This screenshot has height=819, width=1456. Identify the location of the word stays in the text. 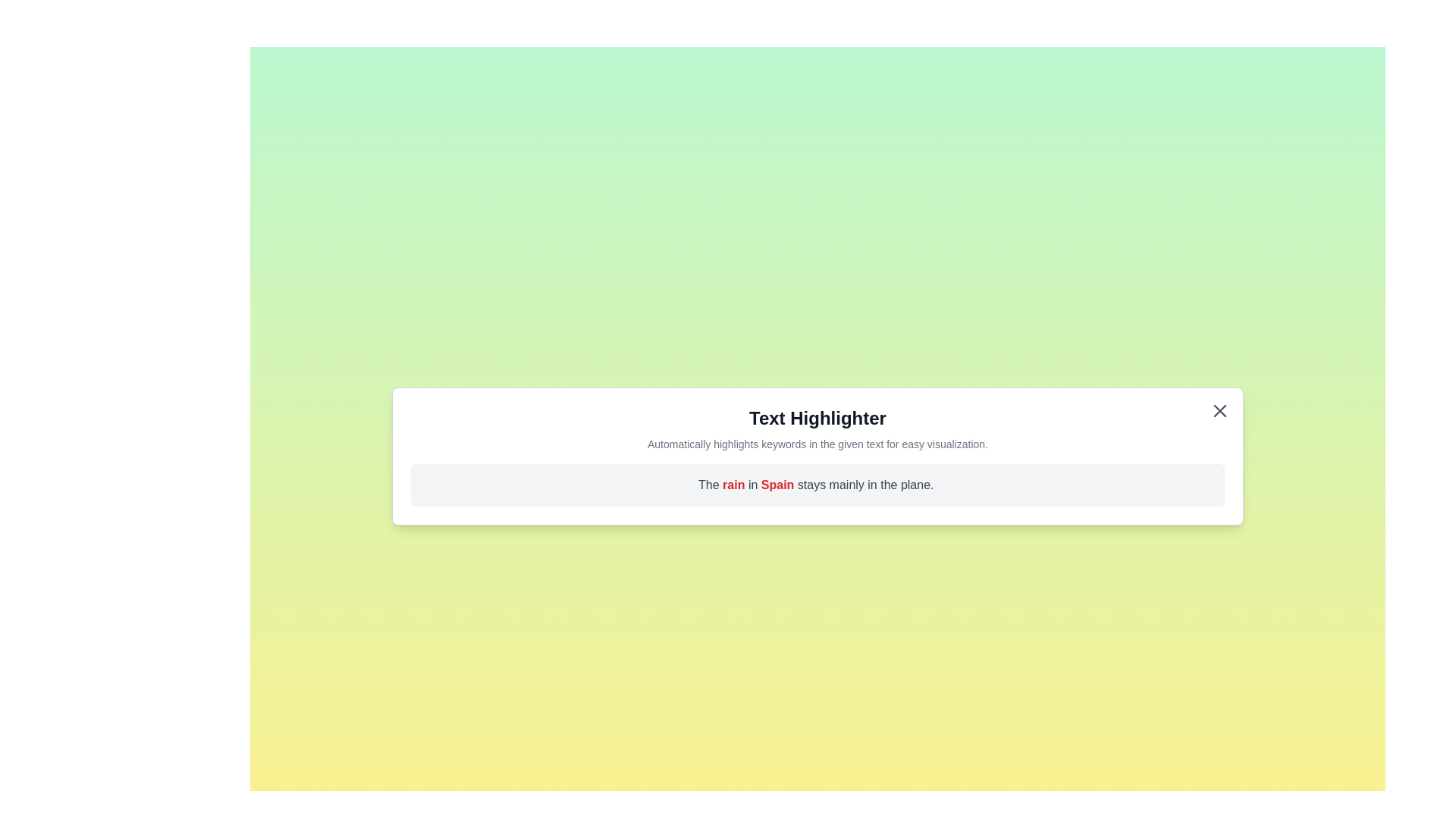
(812, 485).